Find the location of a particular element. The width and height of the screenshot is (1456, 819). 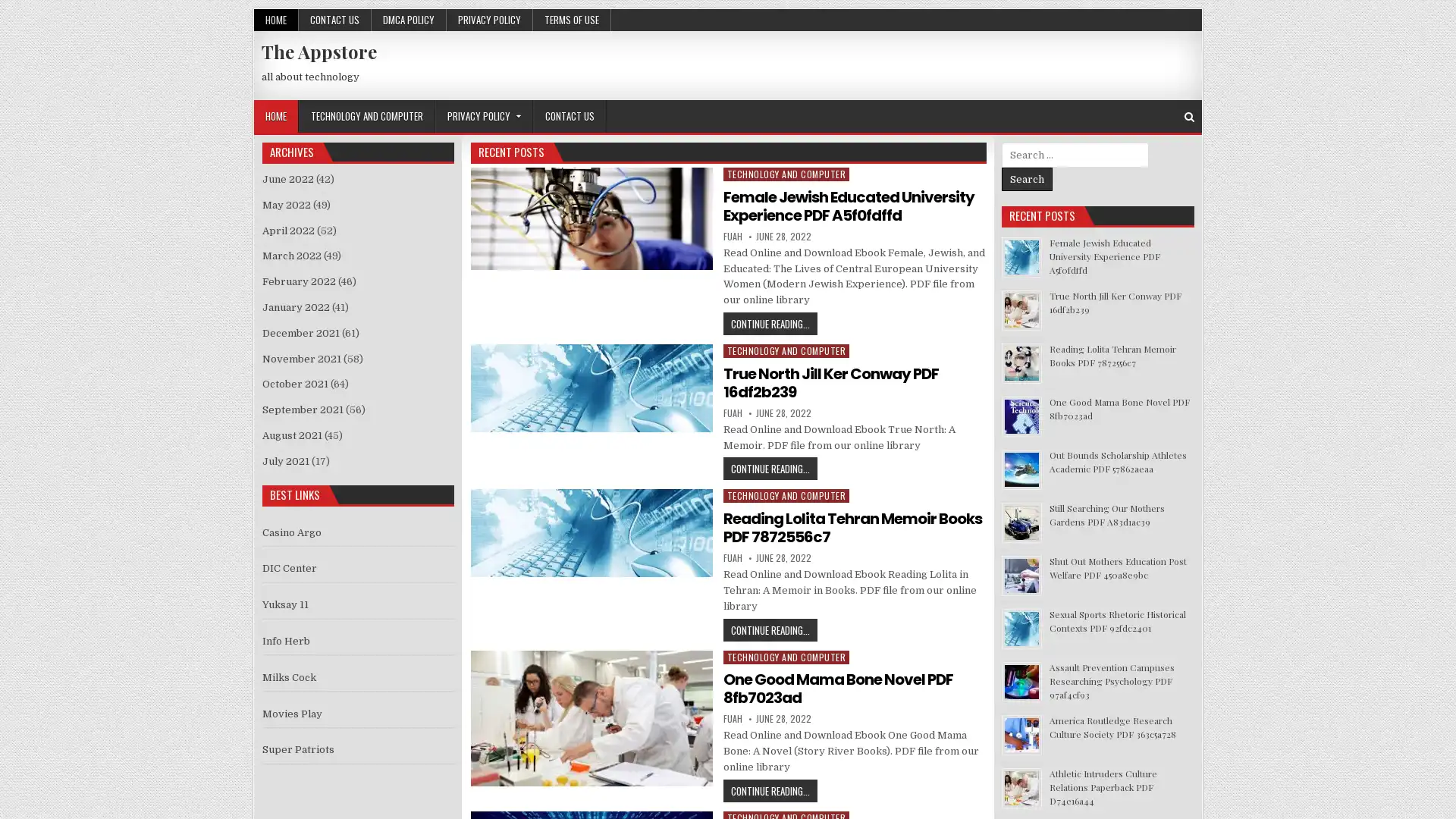

Search is located at coordinates (1027, 178).